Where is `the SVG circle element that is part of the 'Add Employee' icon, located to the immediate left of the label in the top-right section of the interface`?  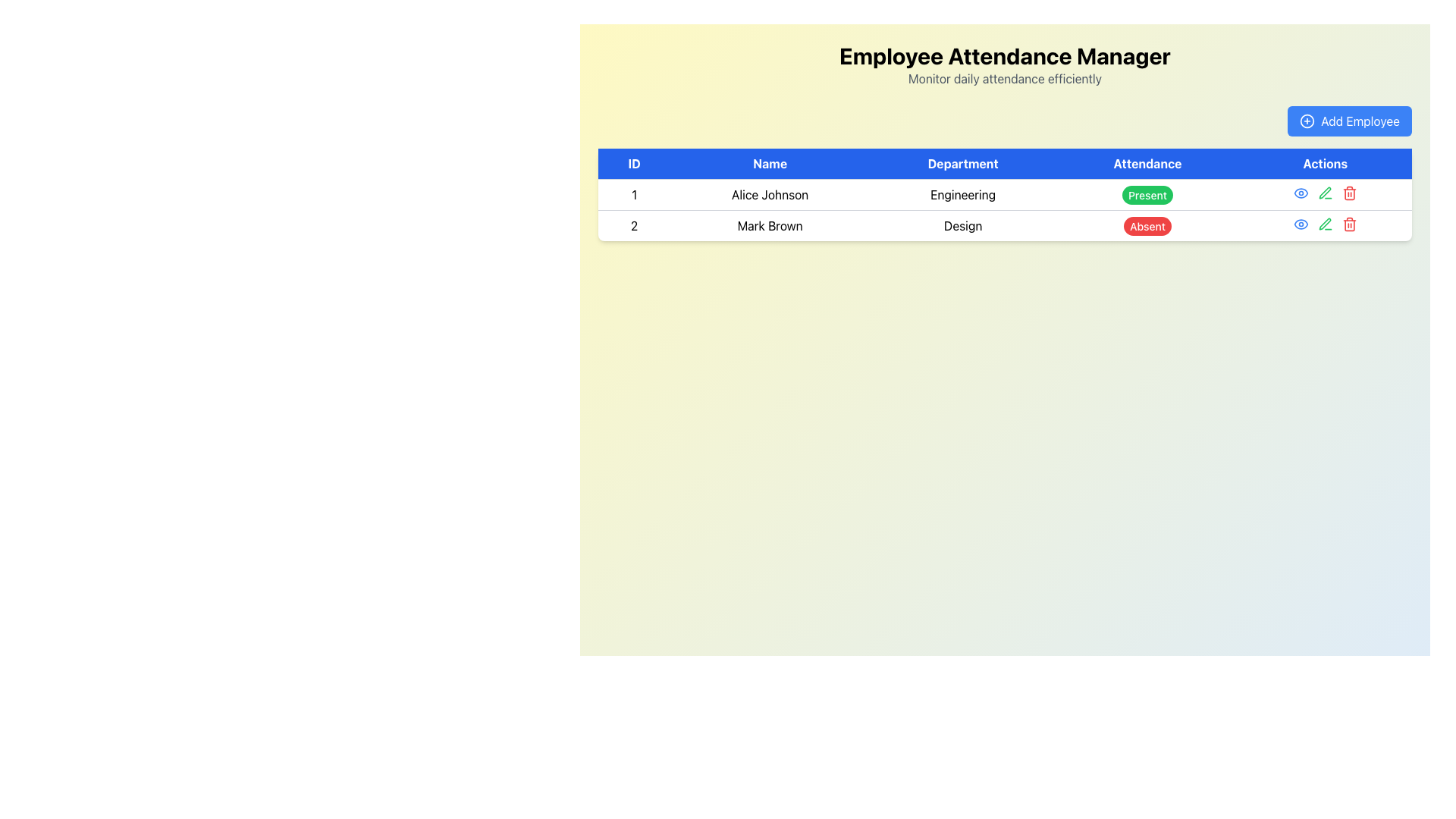 the SVG circle element that is part of the 'Add Employee' icon, located to the immediate left of the label in the top-right section of the interface is located at coordinates (1307, 120).